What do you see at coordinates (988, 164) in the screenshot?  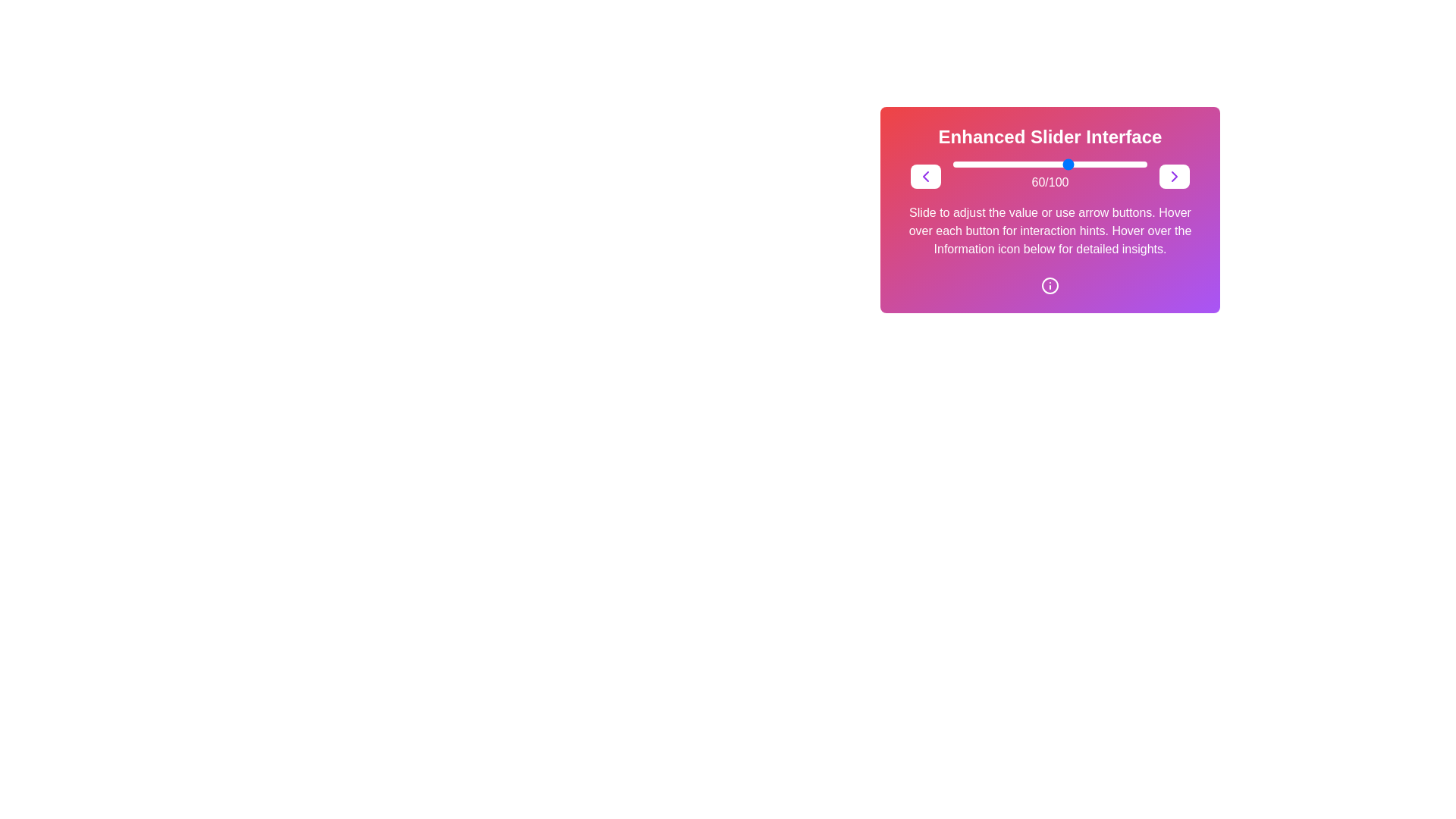 I see `the slider value` at bounding box center [988, 164].